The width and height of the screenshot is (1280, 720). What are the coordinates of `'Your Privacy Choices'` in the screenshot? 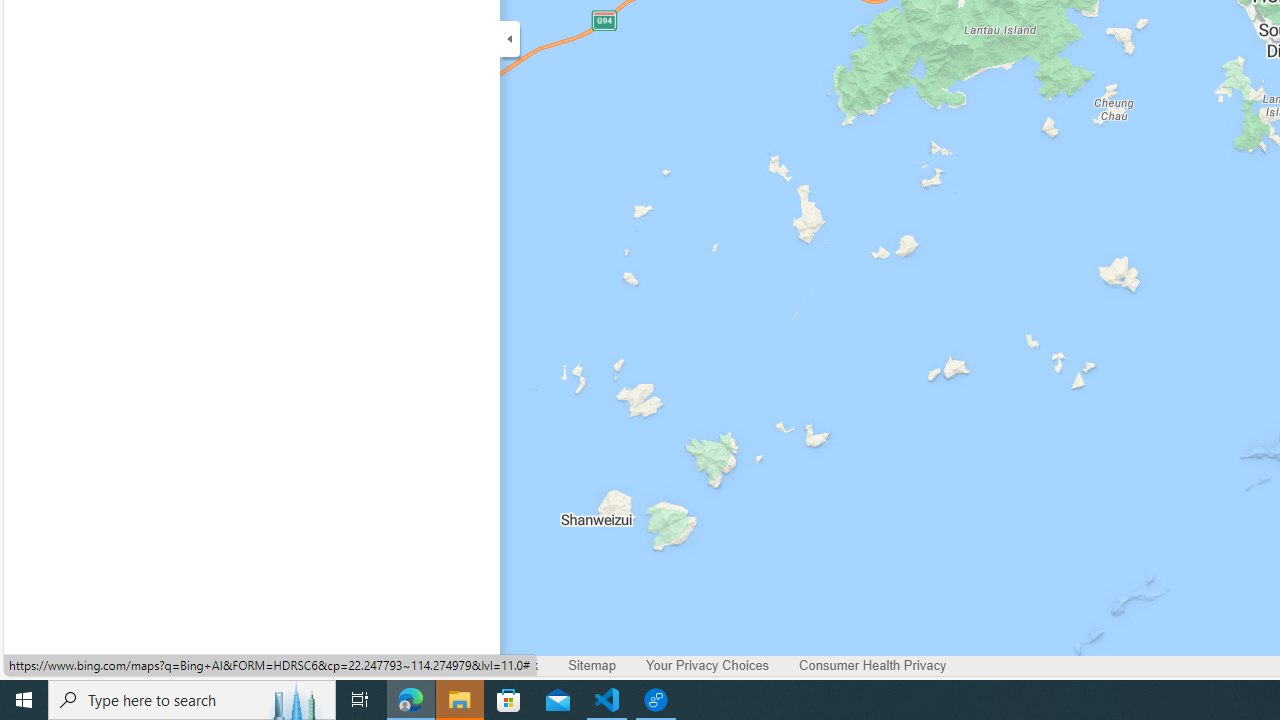 It's located at (707, 666).